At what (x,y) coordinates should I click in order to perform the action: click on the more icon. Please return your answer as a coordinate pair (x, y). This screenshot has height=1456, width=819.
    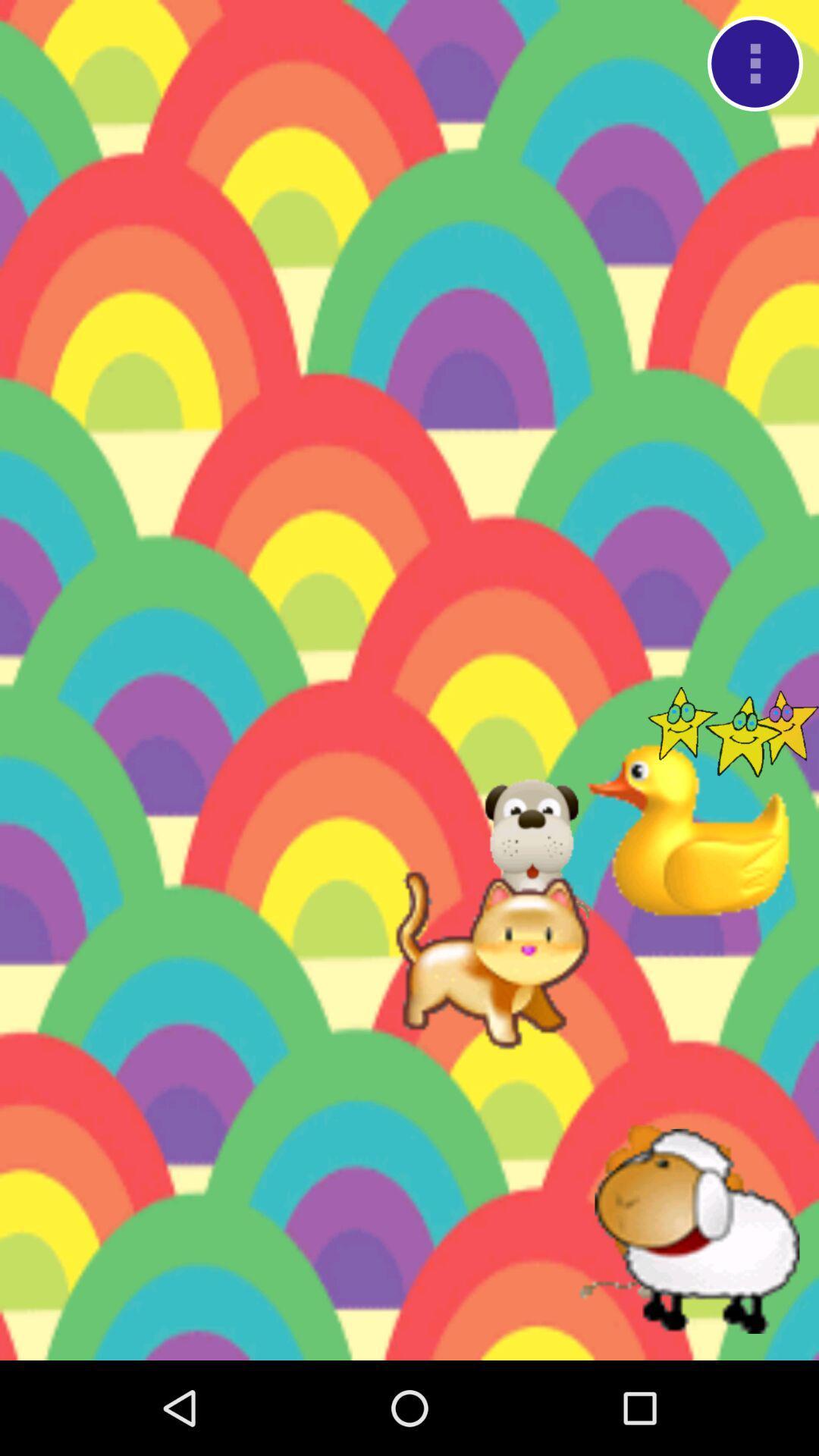
    Looking at the image, I should click on (755, 67).